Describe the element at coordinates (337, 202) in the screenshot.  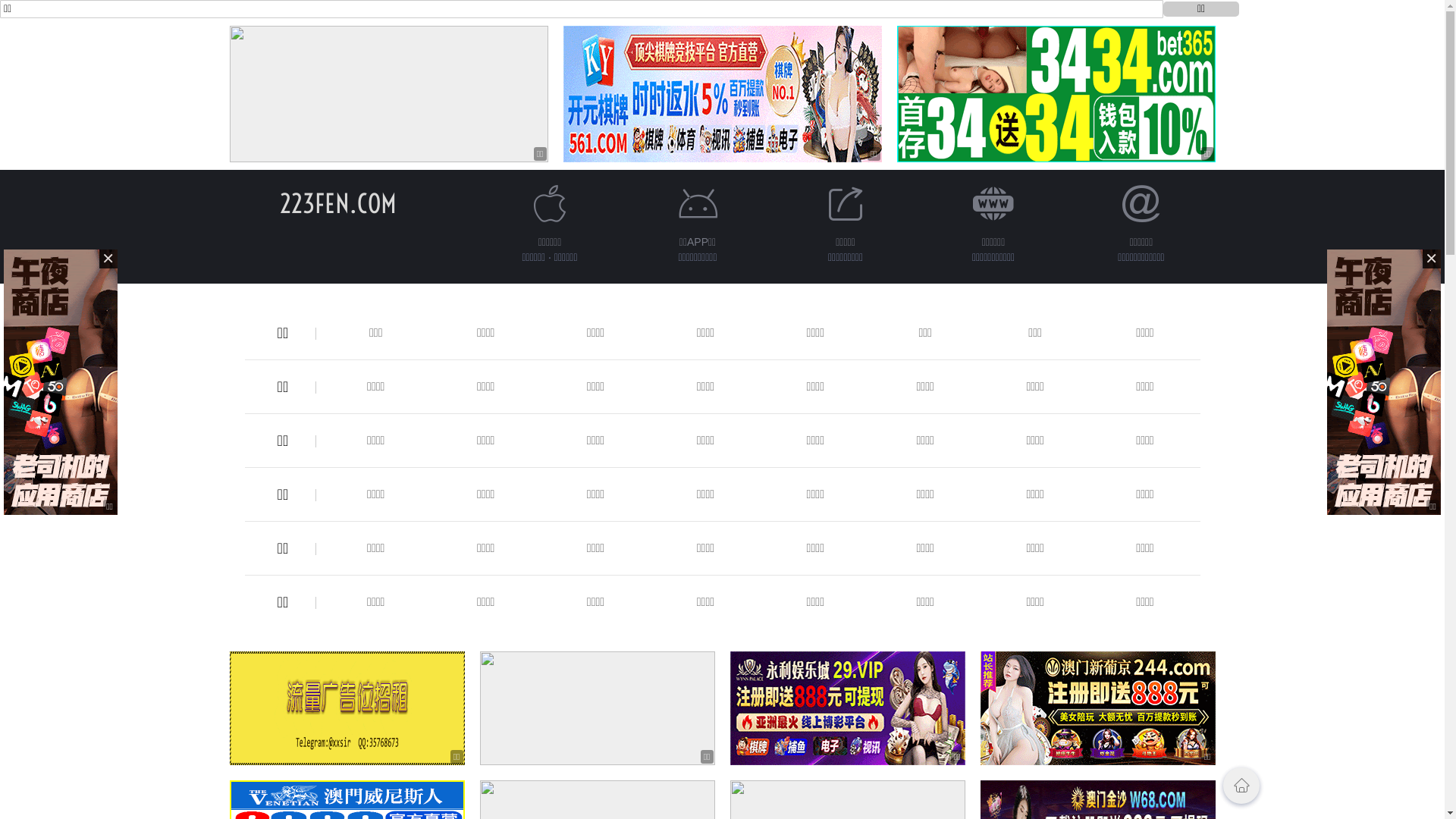
I see `'223FEN.COM'` at that location.